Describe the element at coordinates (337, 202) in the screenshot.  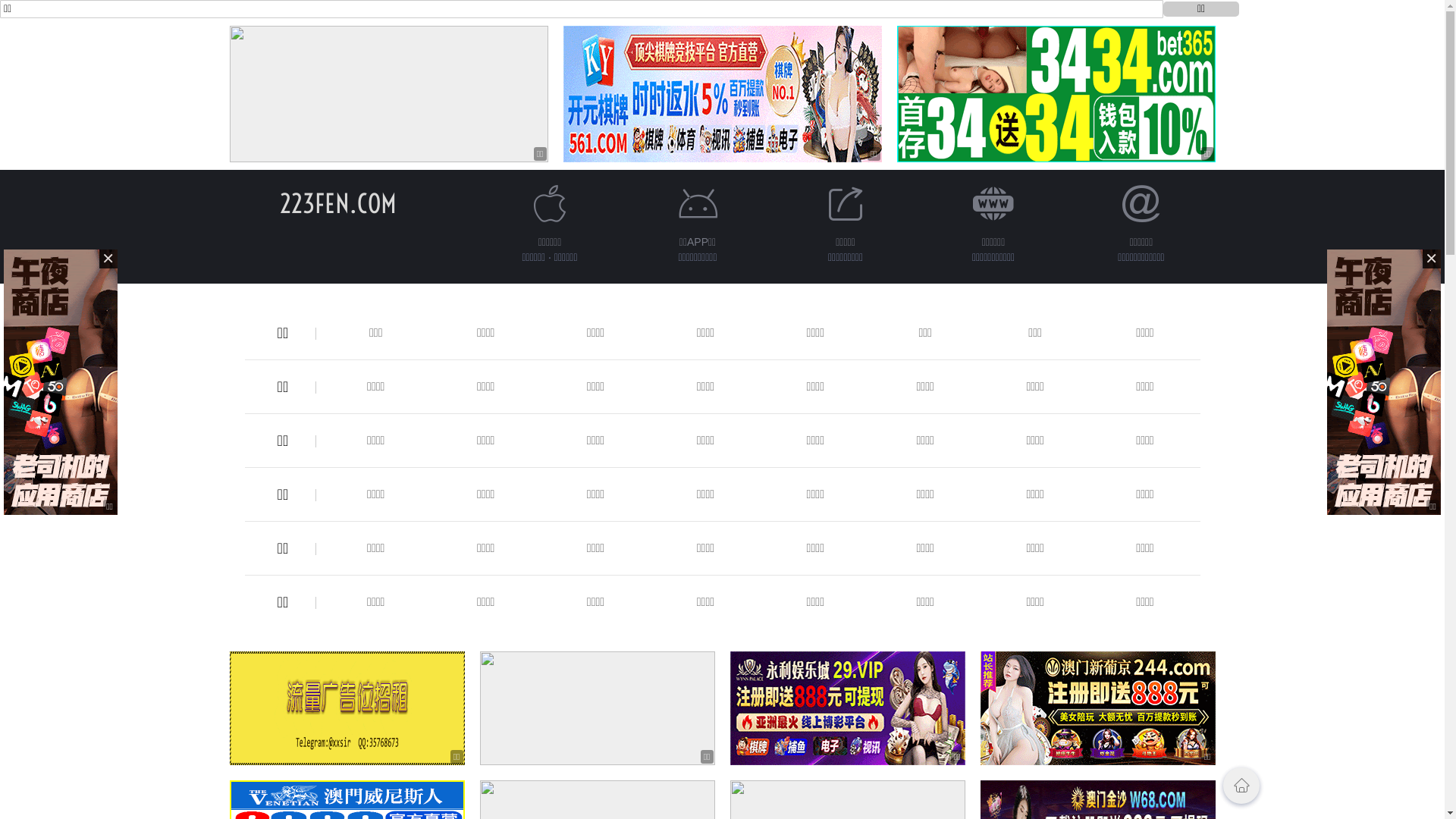
I see `'223FEN.COM'` at that location.